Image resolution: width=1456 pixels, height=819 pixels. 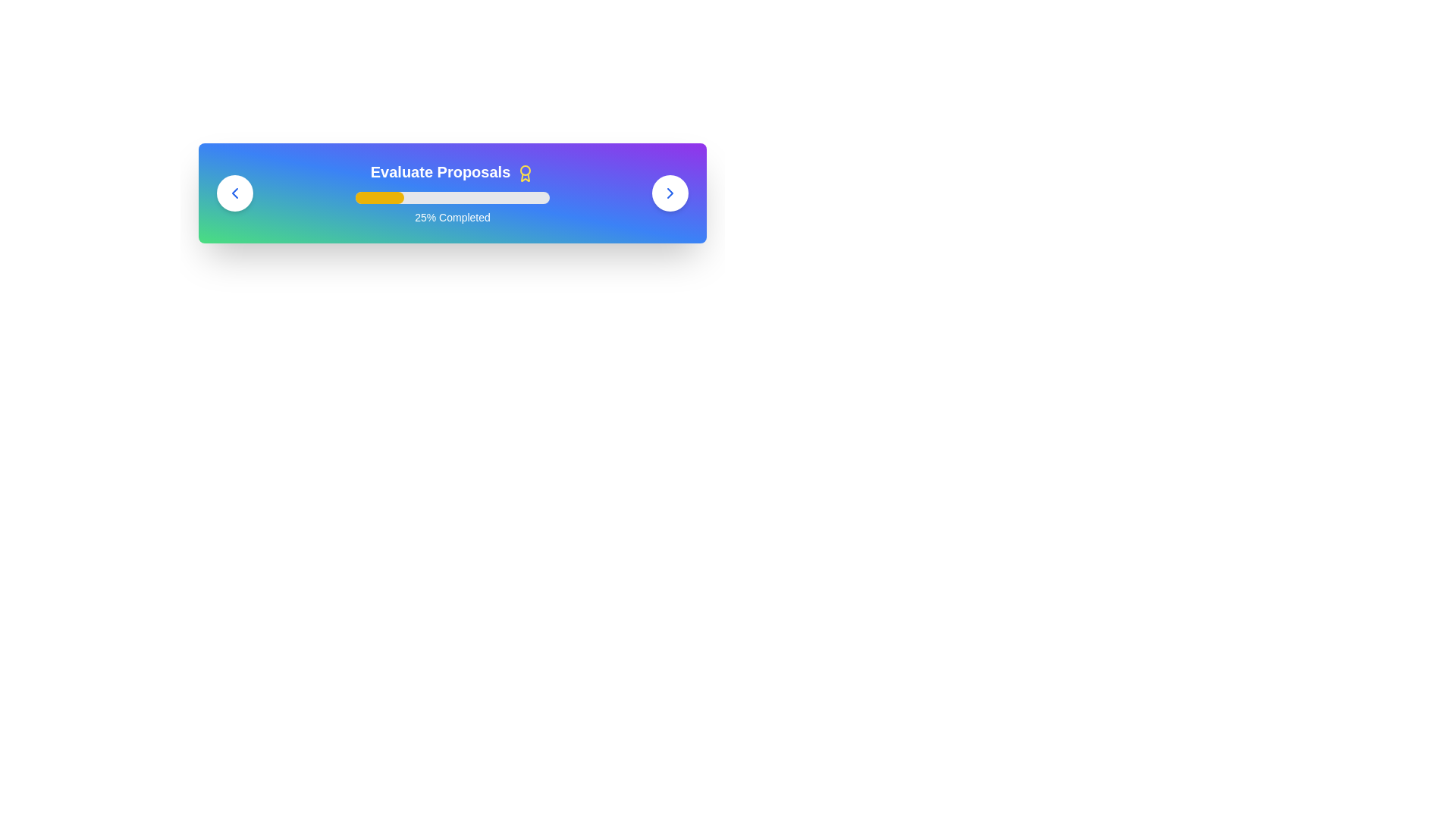 What do you see at coordinates (451, 171) in the screenshot?
I see `the text label located at the top center of the card-like structure, which serves as a descriptive title for the content below it` at bounding box center [451, 171].